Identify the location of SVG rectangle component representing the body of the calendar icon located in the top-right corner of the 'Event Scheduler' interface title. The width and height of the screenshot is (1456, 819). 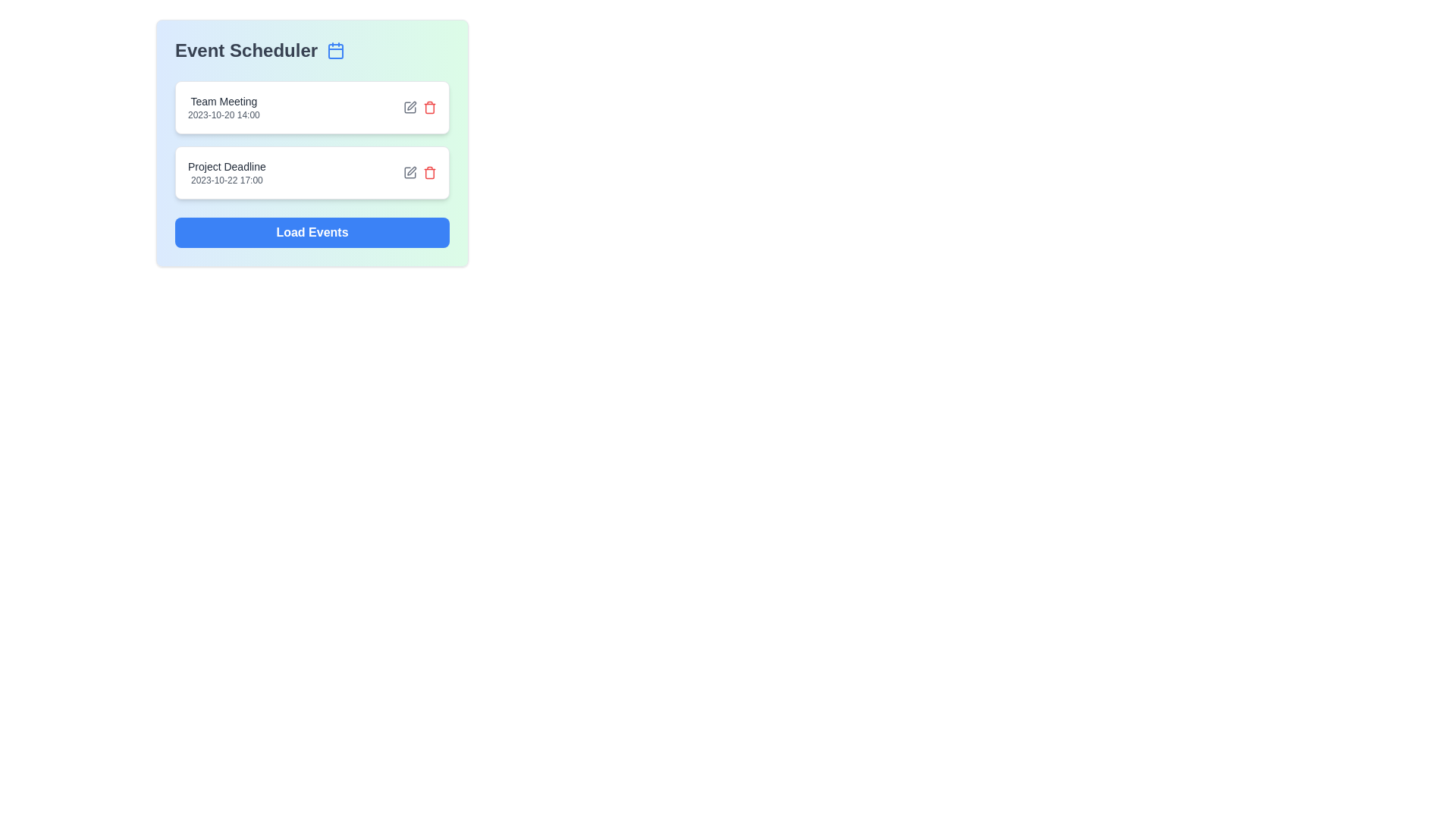
(335, 51).